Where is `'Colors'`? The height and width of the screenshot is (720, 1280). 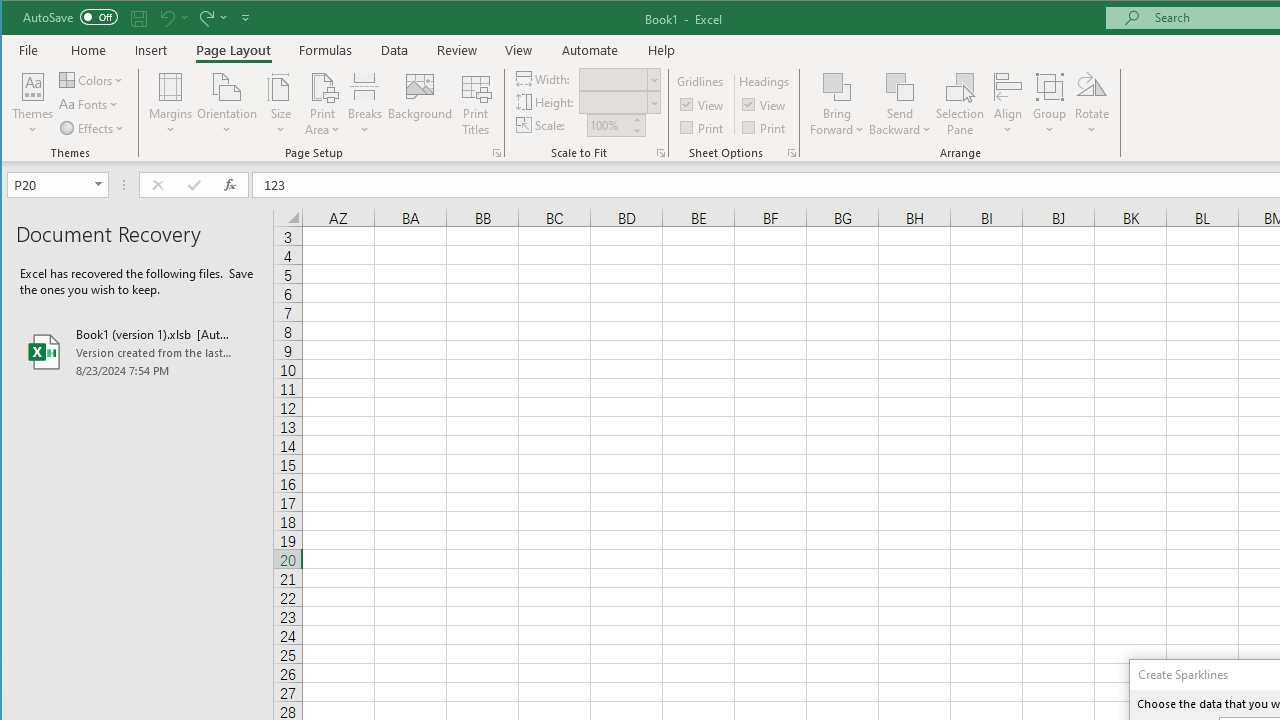 'Colors' is located at coordinates (92, 79).